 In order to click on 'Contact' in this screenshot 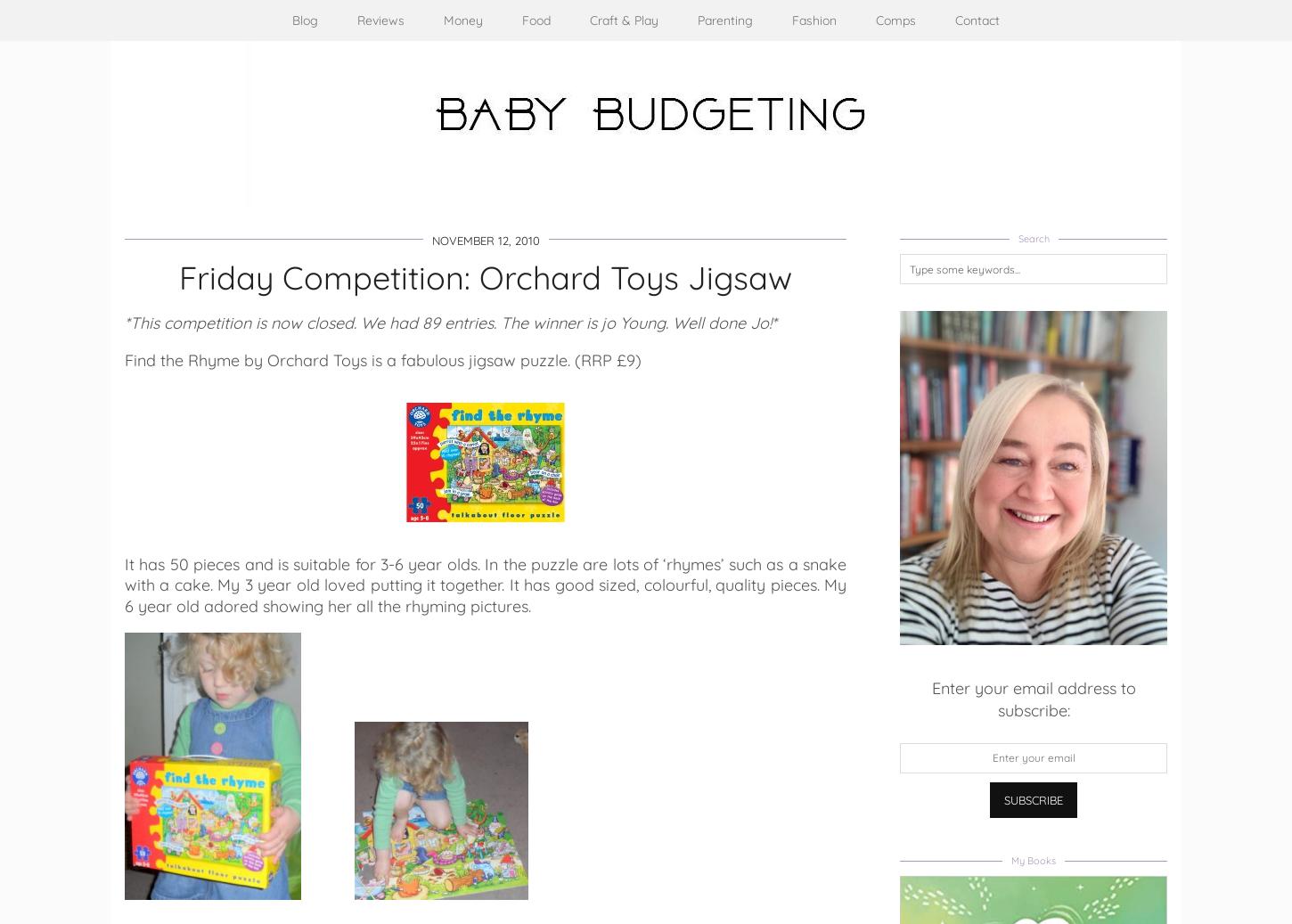, I will do `click(977, 20)`.